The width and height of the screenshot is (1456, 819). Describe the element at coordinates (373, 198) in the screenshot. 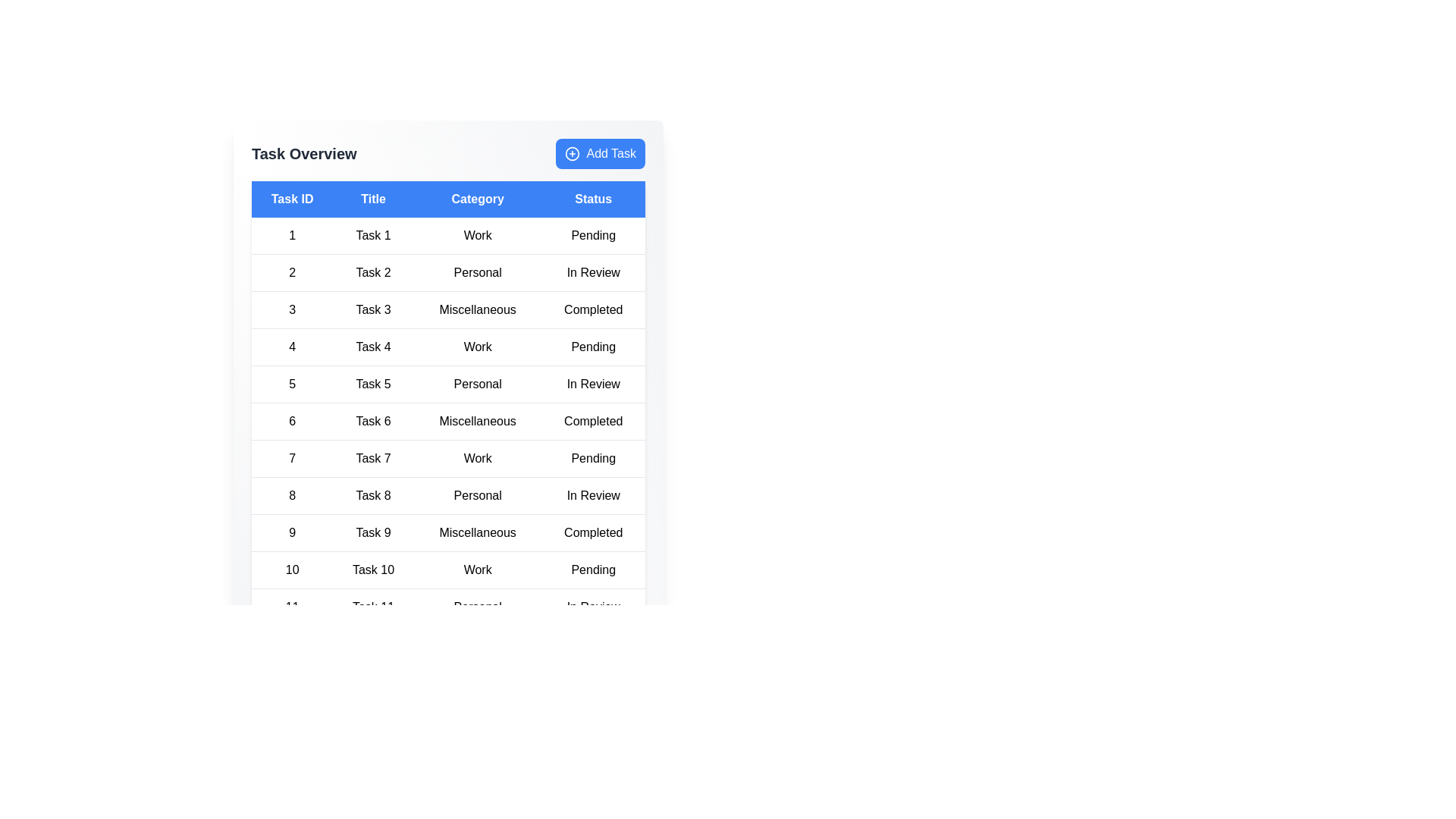

I see `the header corresponding to Title to sort the table by that column` at that location.